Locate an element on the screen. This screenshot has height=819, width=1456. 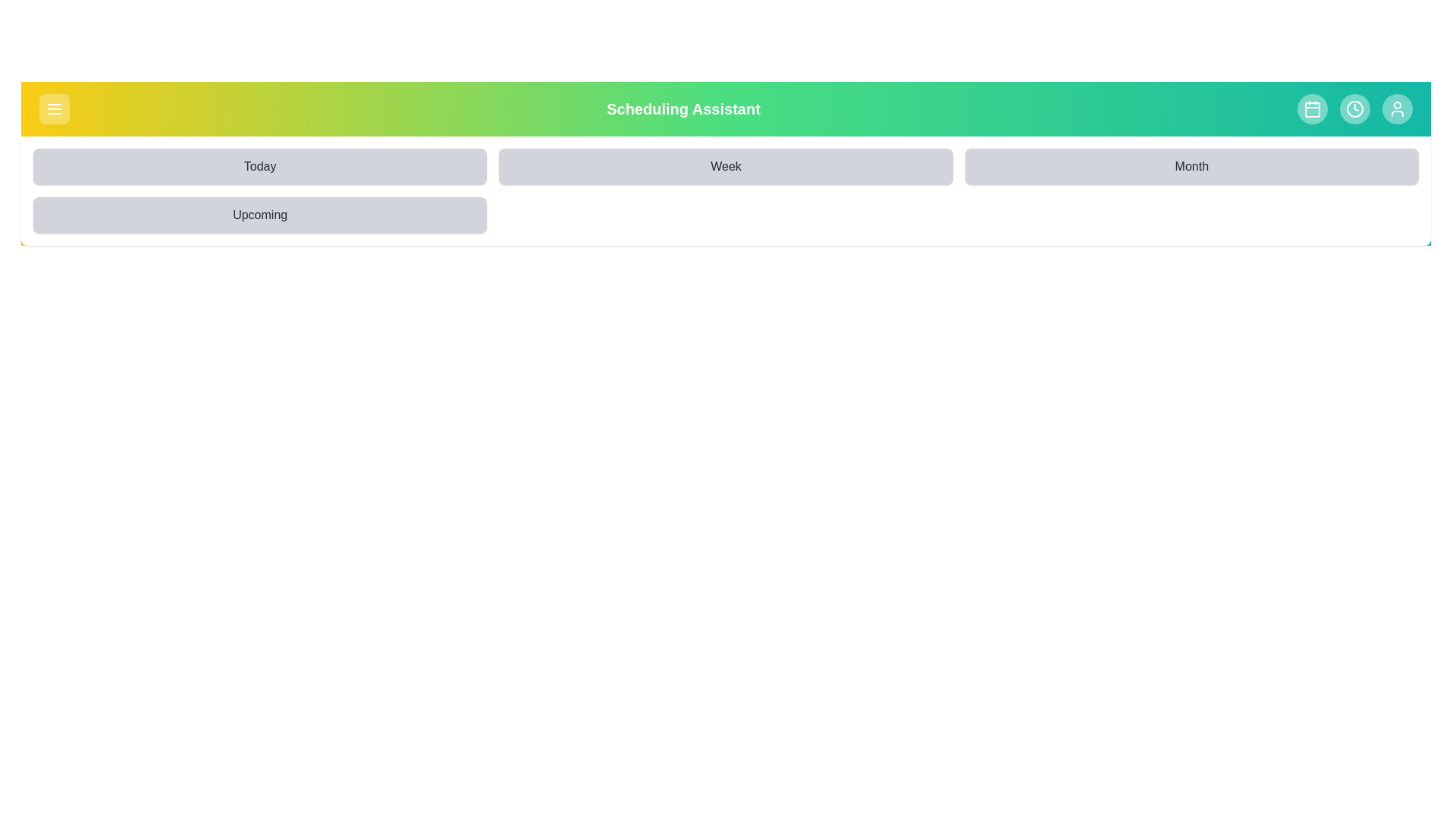
the button corresponding to the selected time period: Month is located at coordinates (1190, 166).